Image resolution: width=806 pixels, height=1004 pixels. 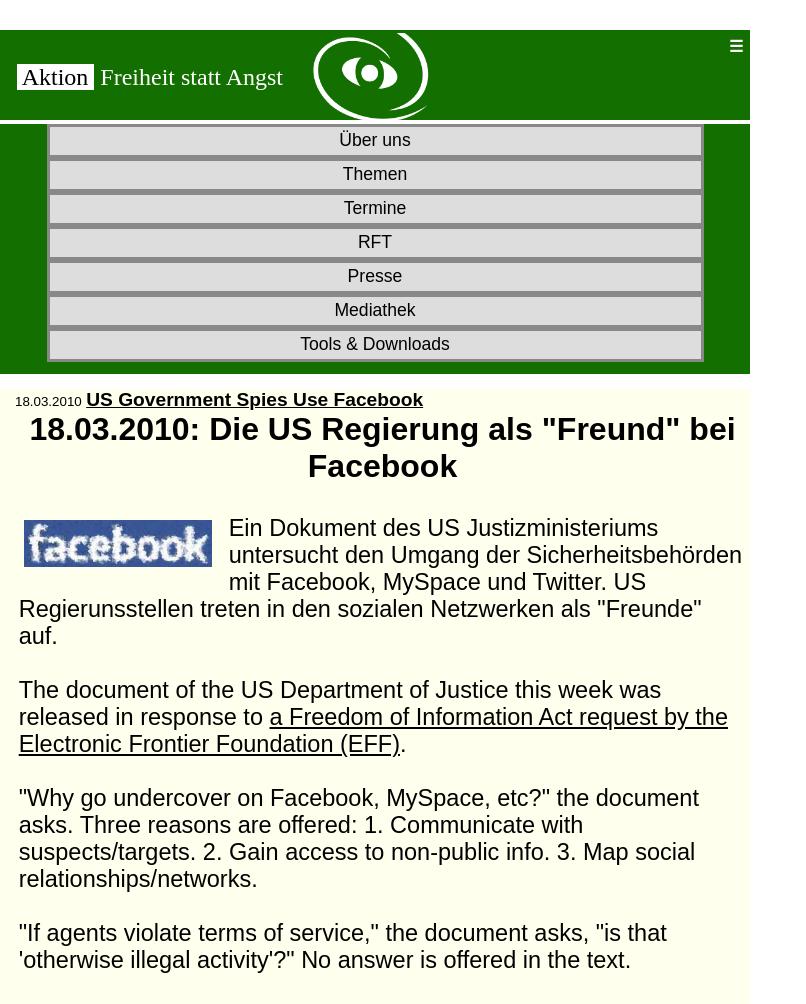 What do you see at coordinates (253, 397) in the screenshot?
I see `'US Government Spies Use Facebook'` at bounding box center [253, 397].